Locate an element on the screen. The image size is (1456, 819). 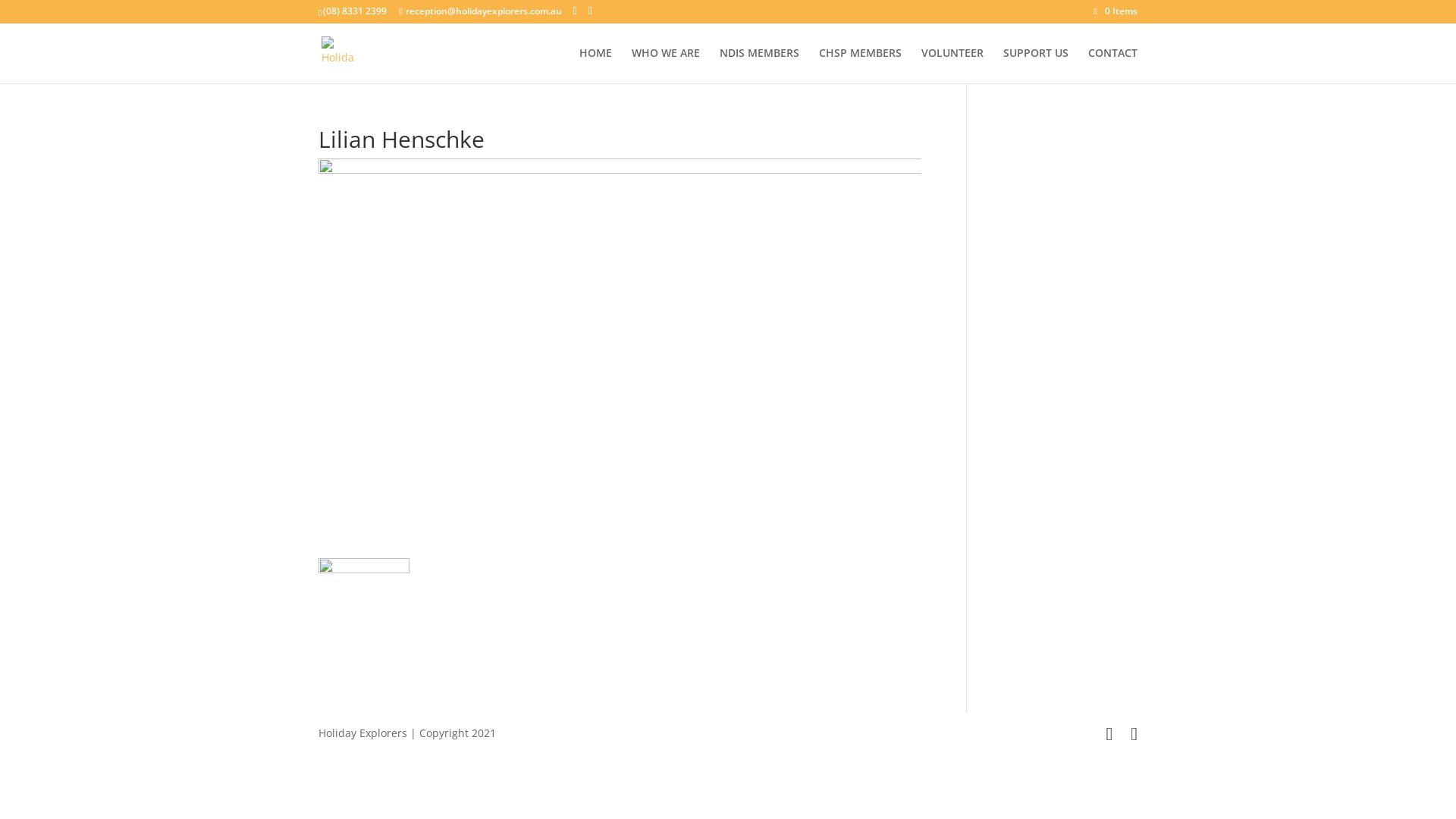
'SUPPORT US' is located at coordinates (1035, 64).